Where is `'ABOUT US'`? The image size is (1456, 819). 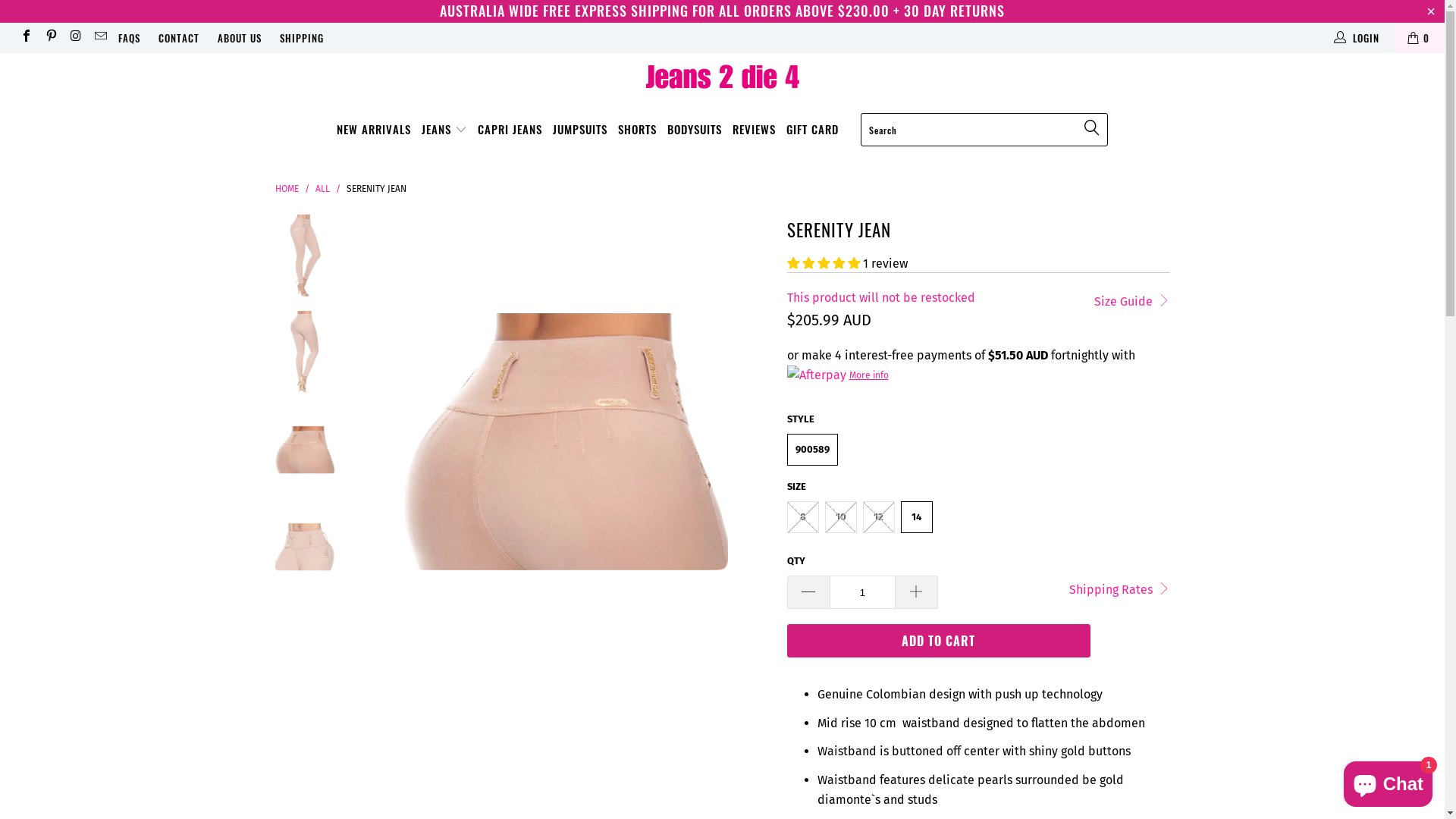 'ABOUT US' is located at coordinates (239, 37).